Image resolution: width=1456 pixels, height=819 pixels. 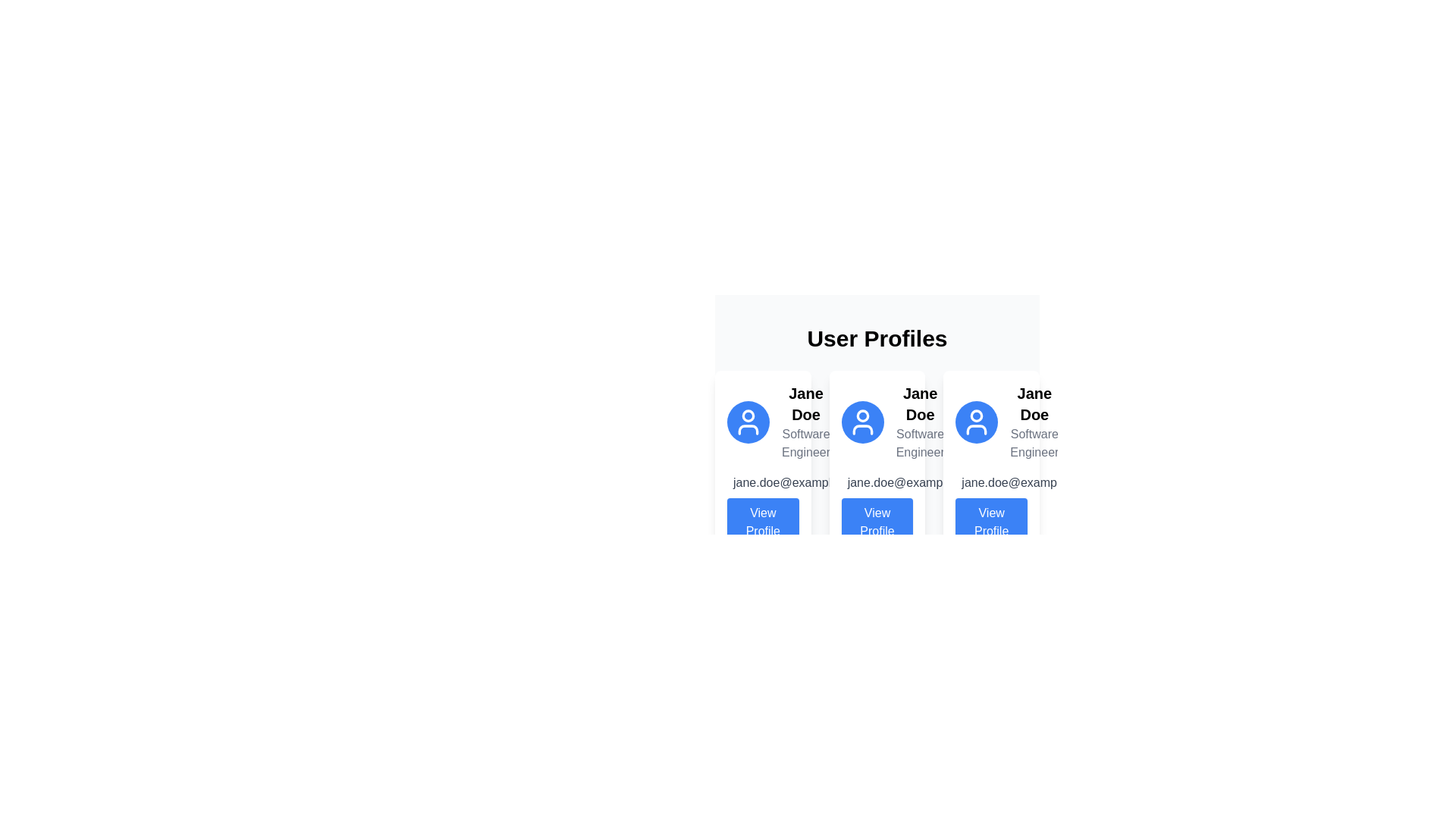 I want to click on the static text display that shows the user's email address, located within the information panel, below the name and title, and above the 'View Profile' button, so click(x=763, y=482).